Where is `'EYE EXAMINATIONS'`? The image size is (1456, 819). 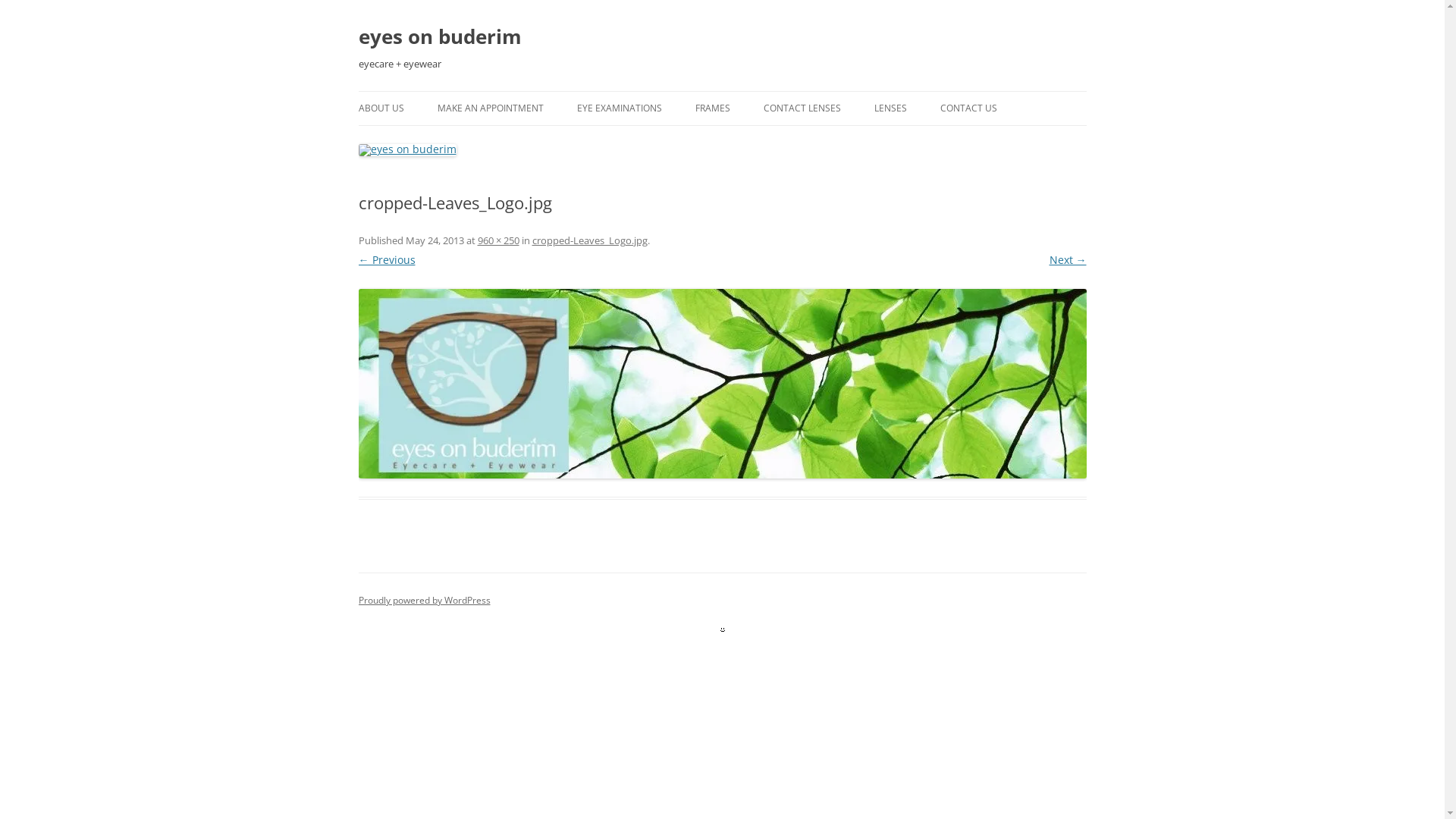
'EYE EXAMINATIONS' is located at coordinates (619, 107).